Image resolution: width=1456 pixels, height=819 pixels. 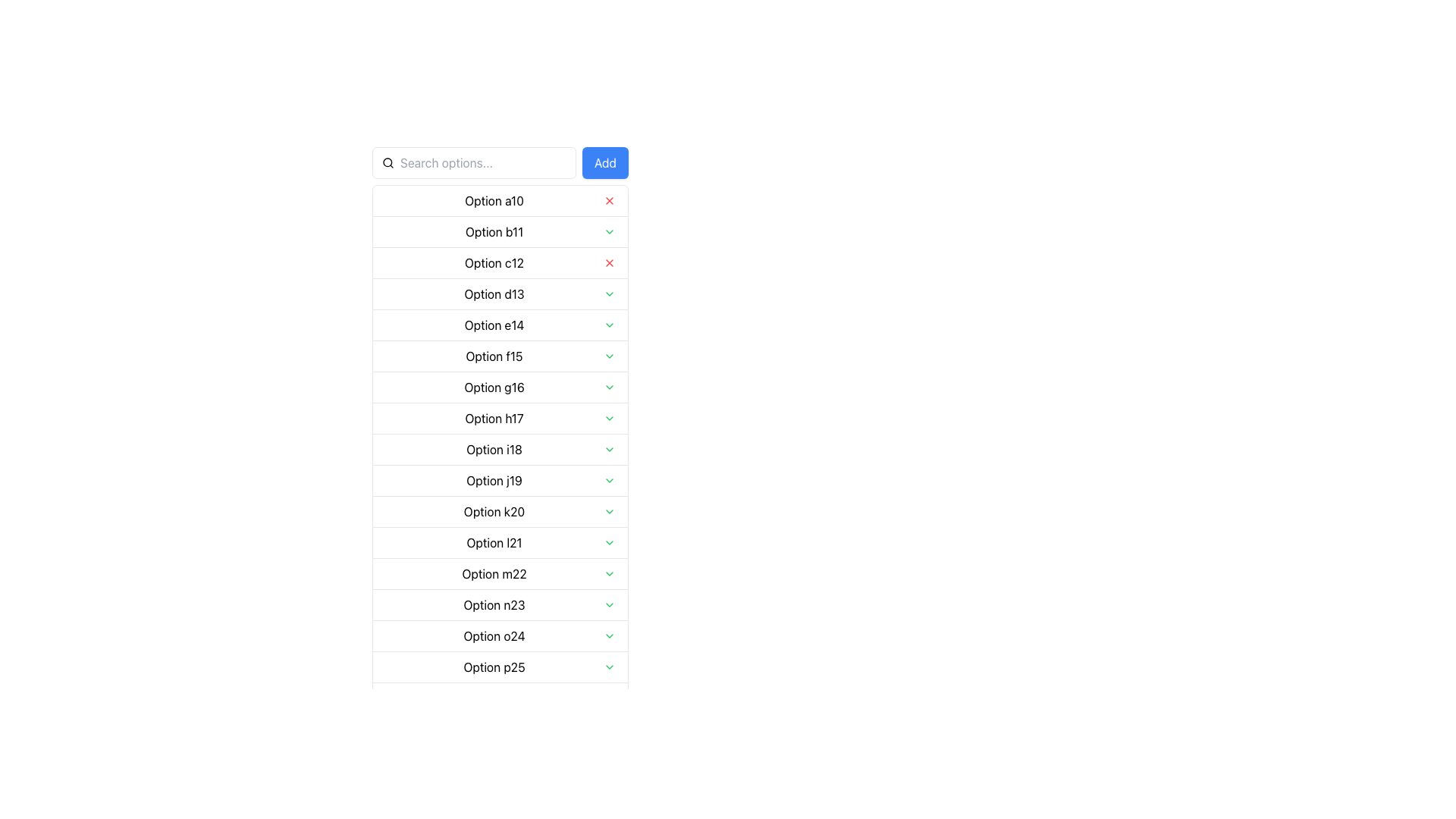 What do you see at coordinates (500, 666) in the screenshot?
I see `the 16th list item in a vertically aligned list of options, which is visually represented as a selectable item between 'Option o24' and 'Option q26'` at bounding box center [500, 666].